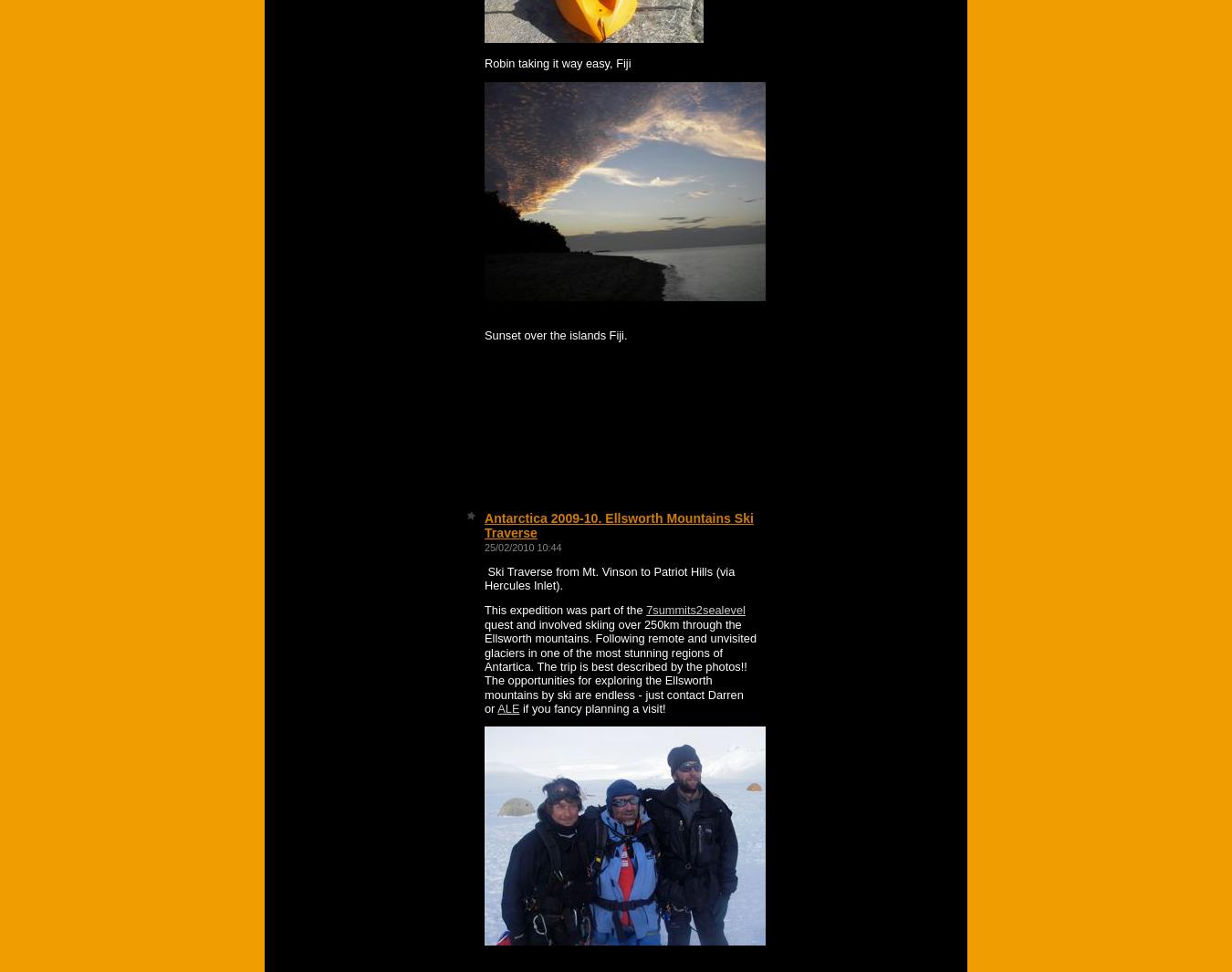 The image size is (1232, 972). Describe the element at coordinates (522, 546) in the screenshot. I see `'25/02/2010 10:44'` at that location.